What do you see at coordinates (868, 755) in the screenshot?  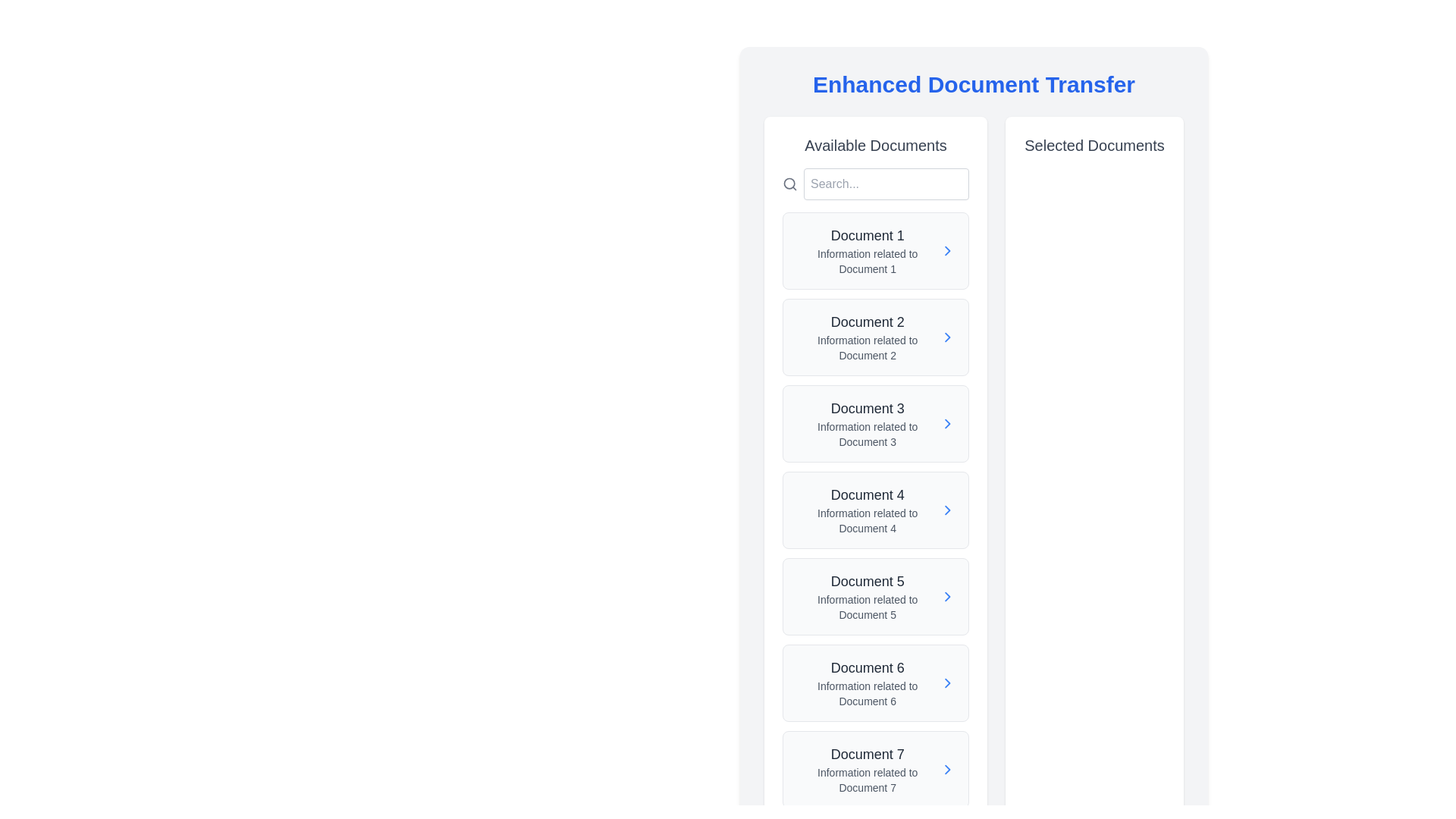 I see `the bold text label displaying 'Document 7' in the 'Available Documents' section on the left panel` at bounding box center [868, 755].